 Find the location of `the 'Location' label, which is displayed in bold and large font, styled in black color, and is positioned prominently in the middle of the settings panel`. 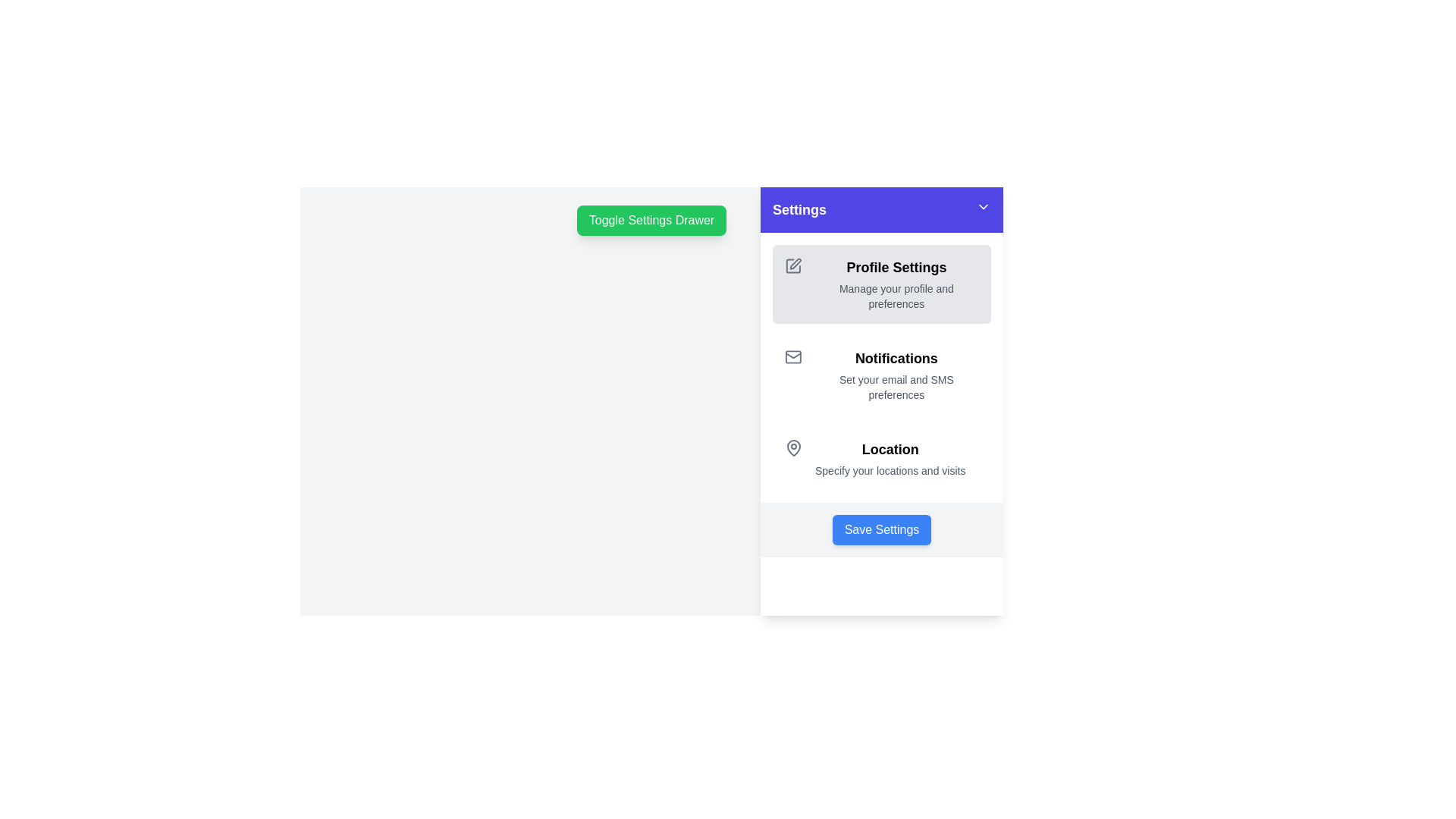

the 'Location' label, which is displayed in bold and large font, styled in black color, and is positioned prominently in the middle of the settings panel is located at coordinates (890, 449).